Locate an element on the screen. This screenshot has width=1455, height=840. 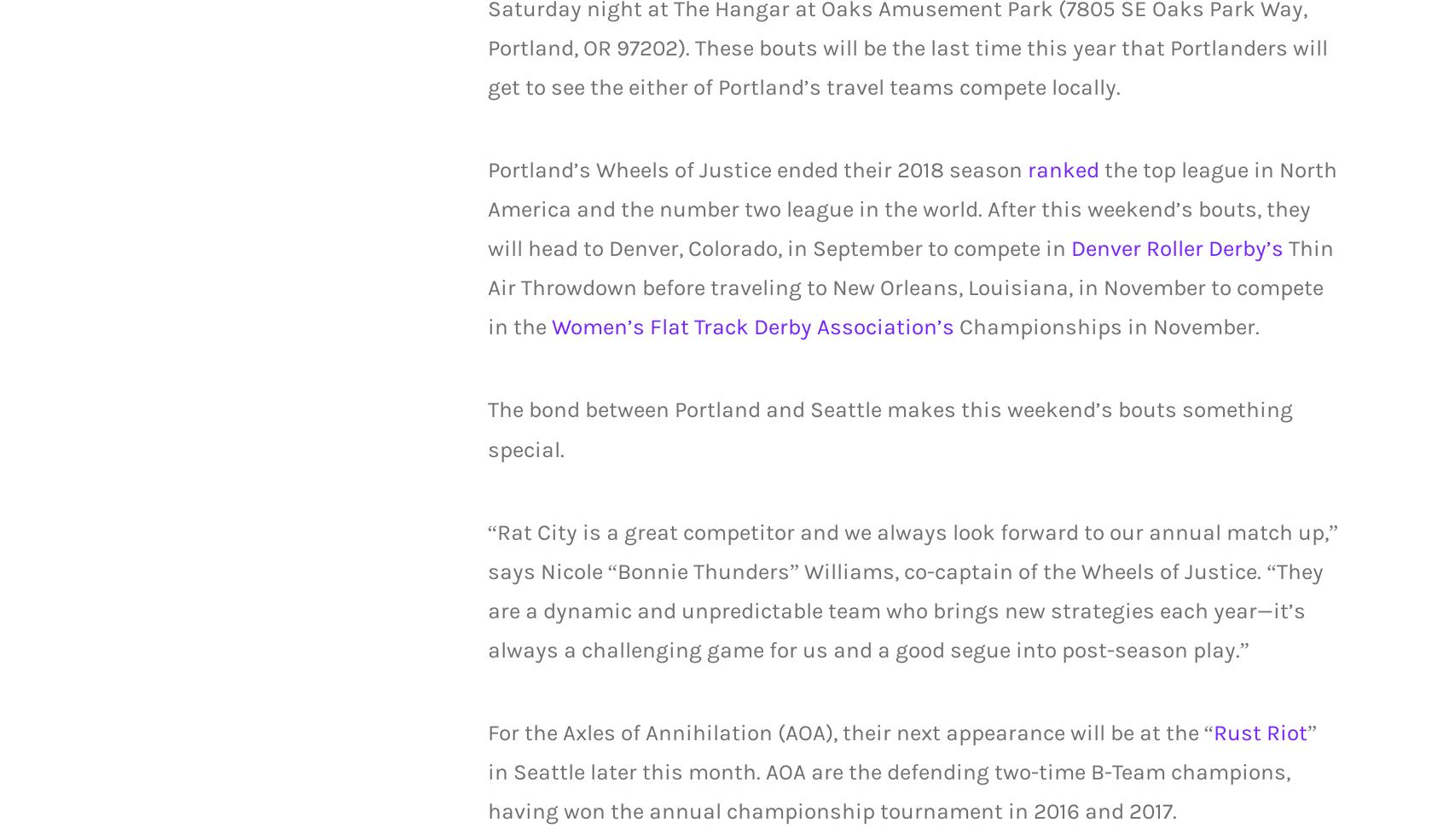
'ranked' is located at coordinates (1026, 169).